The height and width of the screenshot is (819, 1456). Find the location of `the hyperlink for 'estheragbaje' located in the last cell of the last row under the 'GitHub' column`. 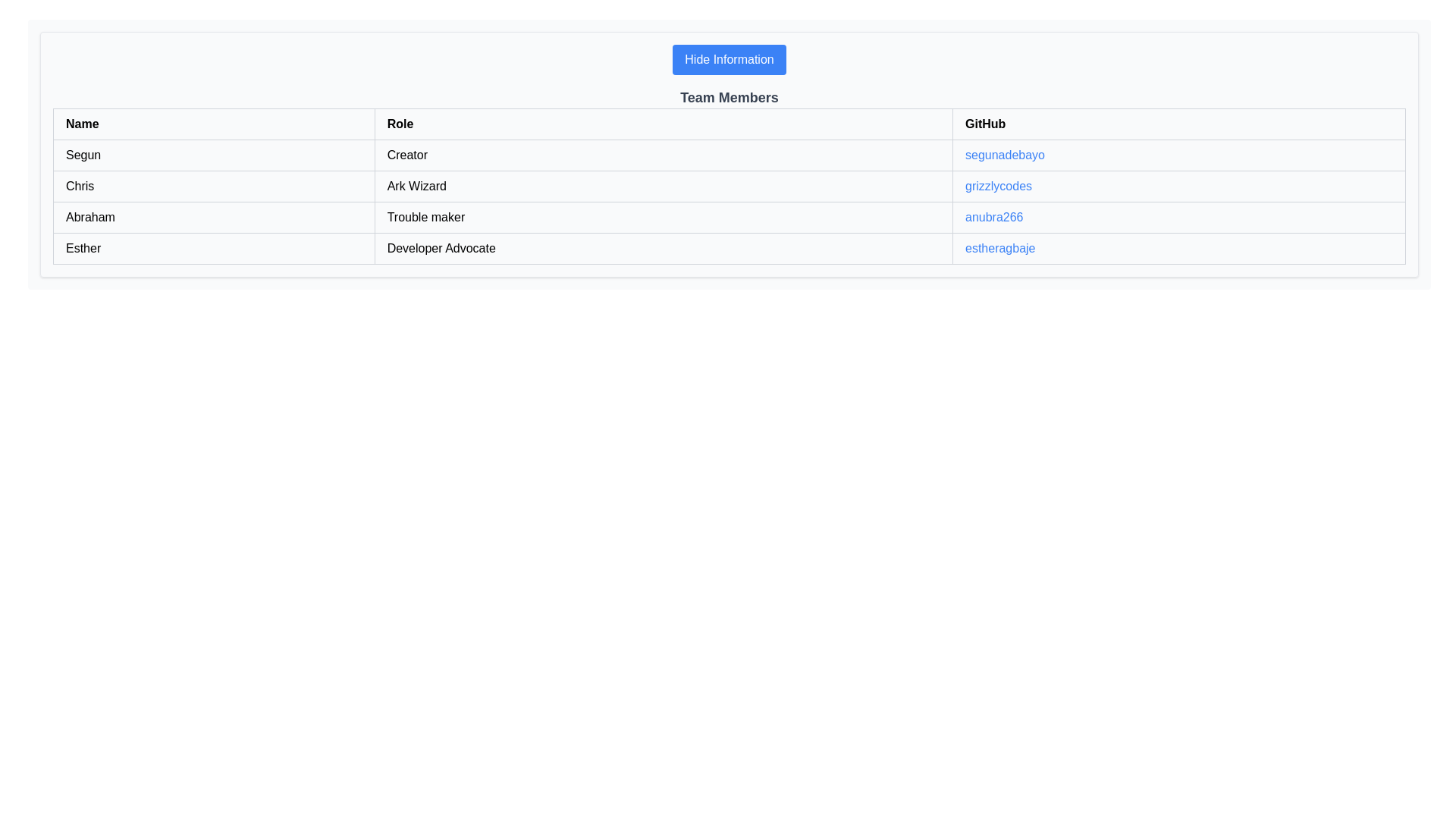

the hyperlink for 'estheragbaje' located in the last cell of the last row under the 'GitHub' column is located at coordinates (1178, 247).